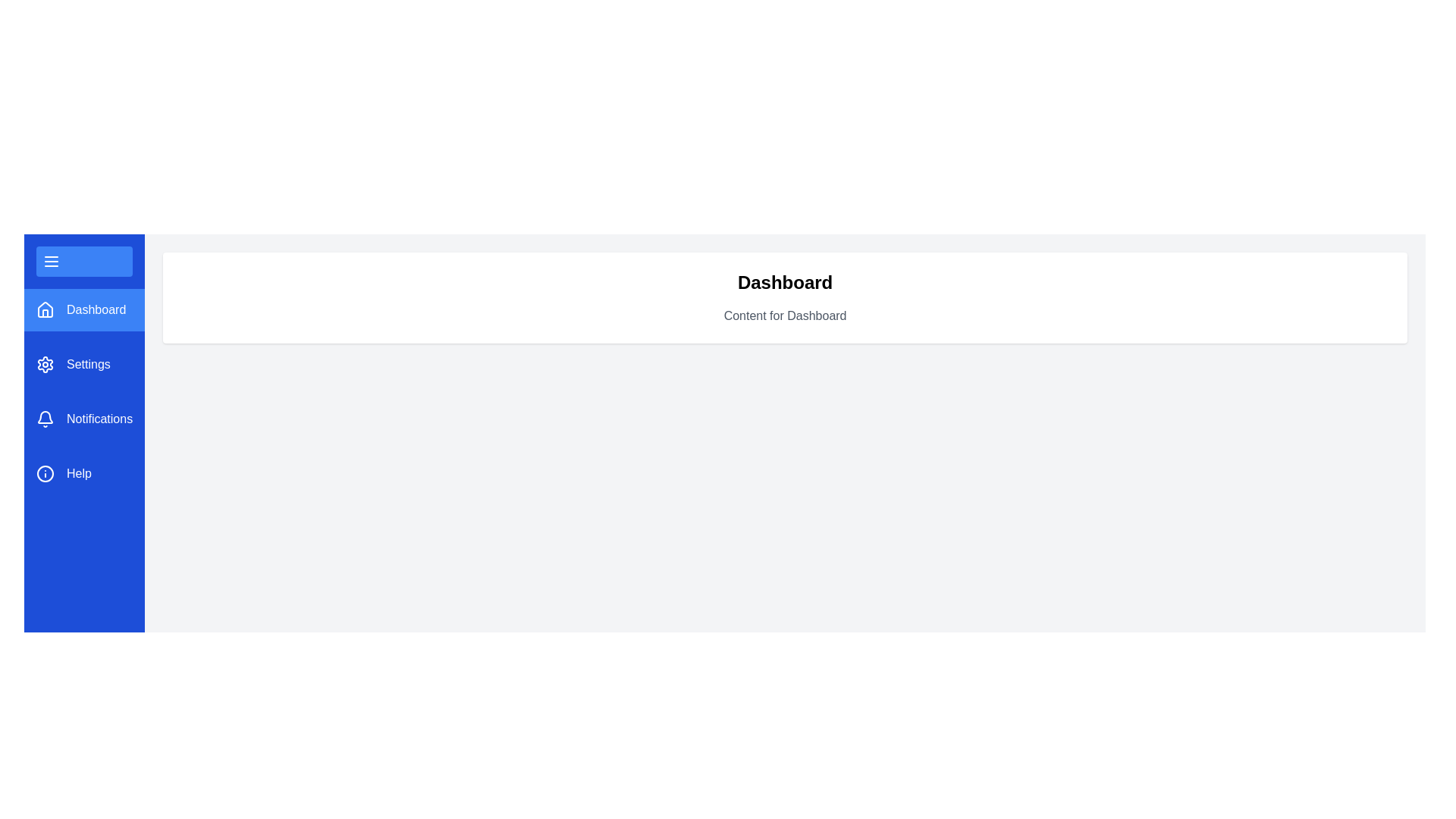  I want to click on the 'Notifications' menu item, which features a bell-shaped icon and is styled in white against a blue background, located as the third item in the left-side navigation bar, so click(83, 419).